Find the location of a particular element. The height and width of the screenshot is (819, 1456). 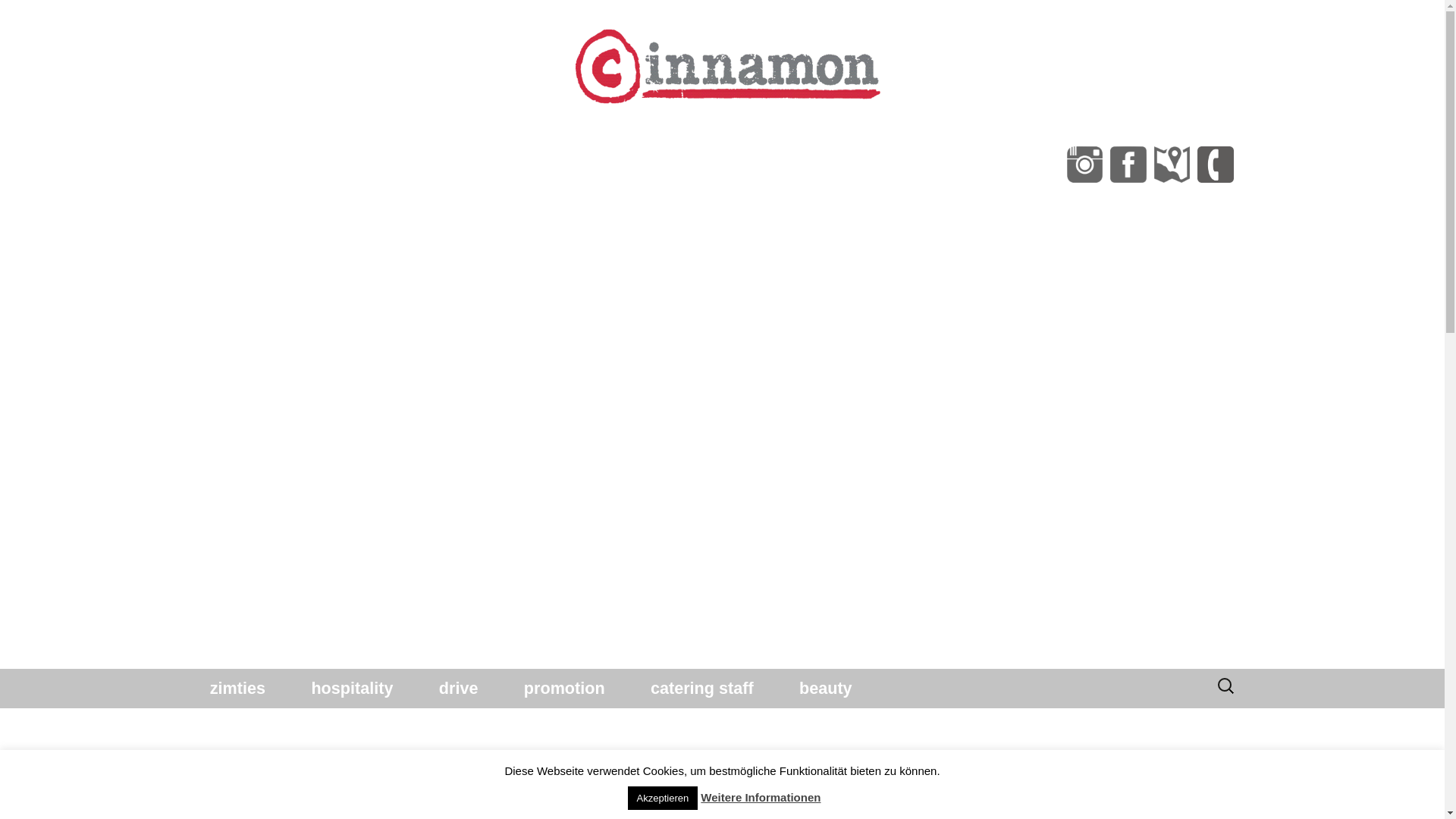

'cinnamon Gmbh in Google Maps' is located at coordinates (1171, 164).